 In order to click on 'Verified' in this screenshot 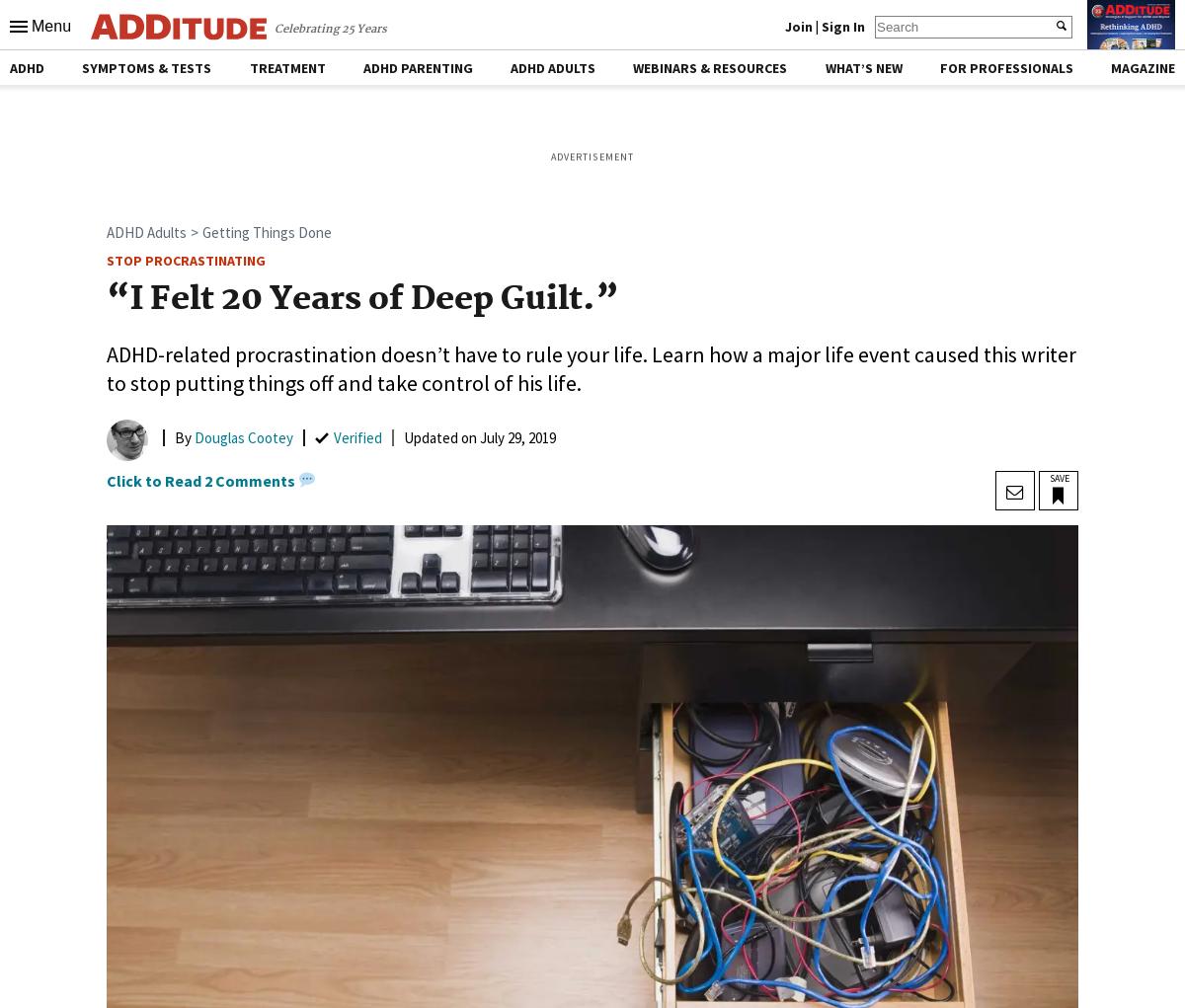, I will do `click(357, 436)`.